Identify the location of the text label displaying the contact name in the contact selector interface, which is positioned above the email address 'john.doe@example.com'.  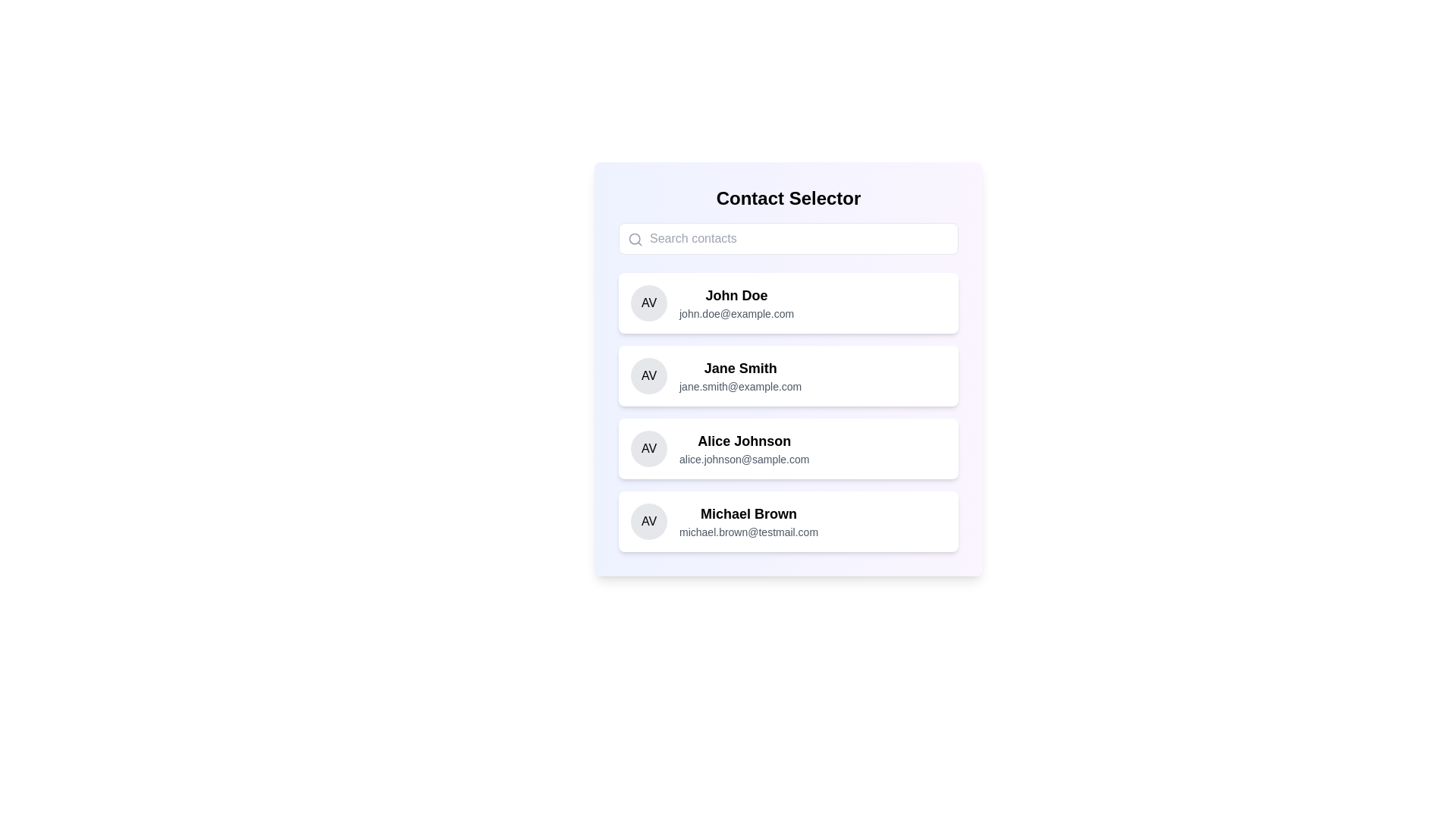
(736, 295).